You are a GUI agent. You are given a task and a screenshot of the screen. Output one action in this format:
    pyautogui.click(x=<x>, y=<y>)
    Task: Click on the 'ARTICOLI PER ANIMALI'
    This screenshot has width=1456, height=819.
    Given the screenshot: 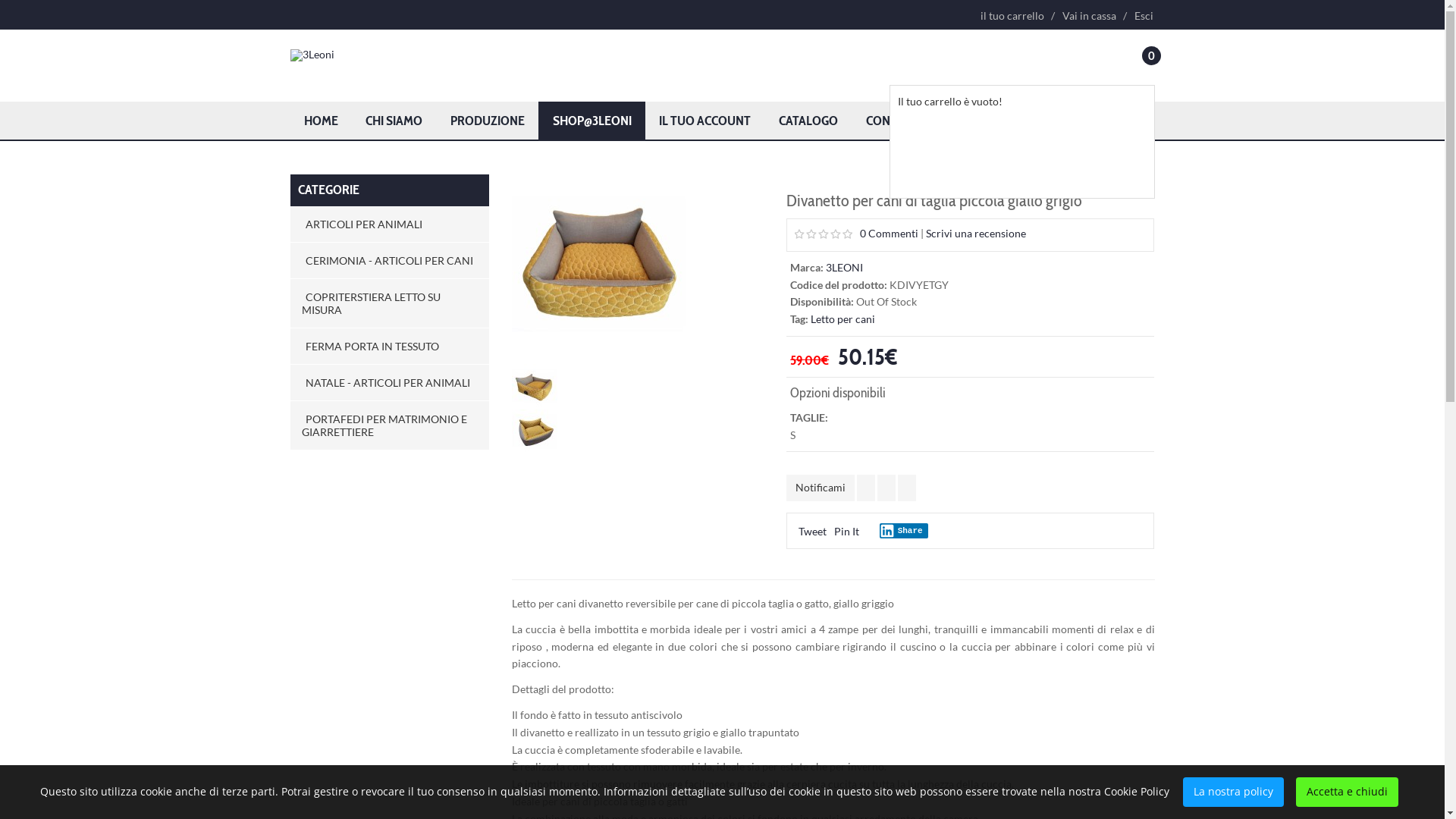 What is the action you would take?
    pyautogui.click(x=389, y=224)
    